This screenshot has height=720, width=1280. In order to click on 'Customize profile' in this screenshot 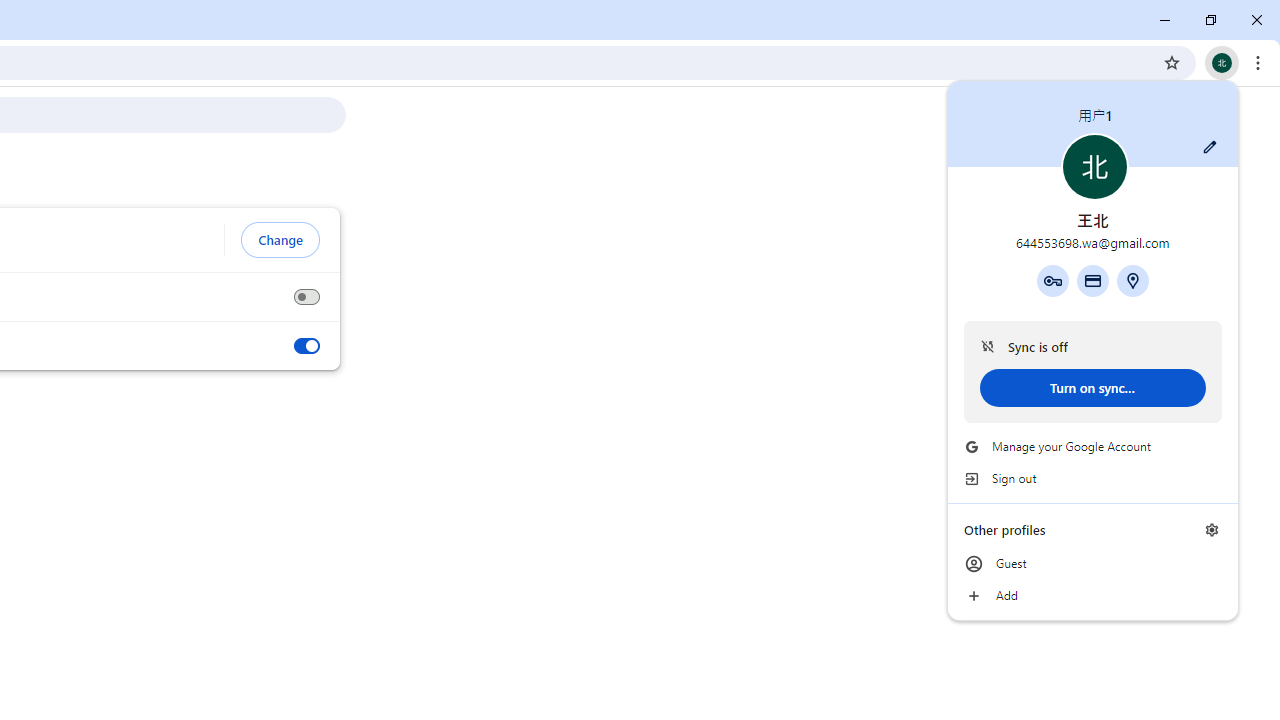, I will do `click(1209, 146)`.